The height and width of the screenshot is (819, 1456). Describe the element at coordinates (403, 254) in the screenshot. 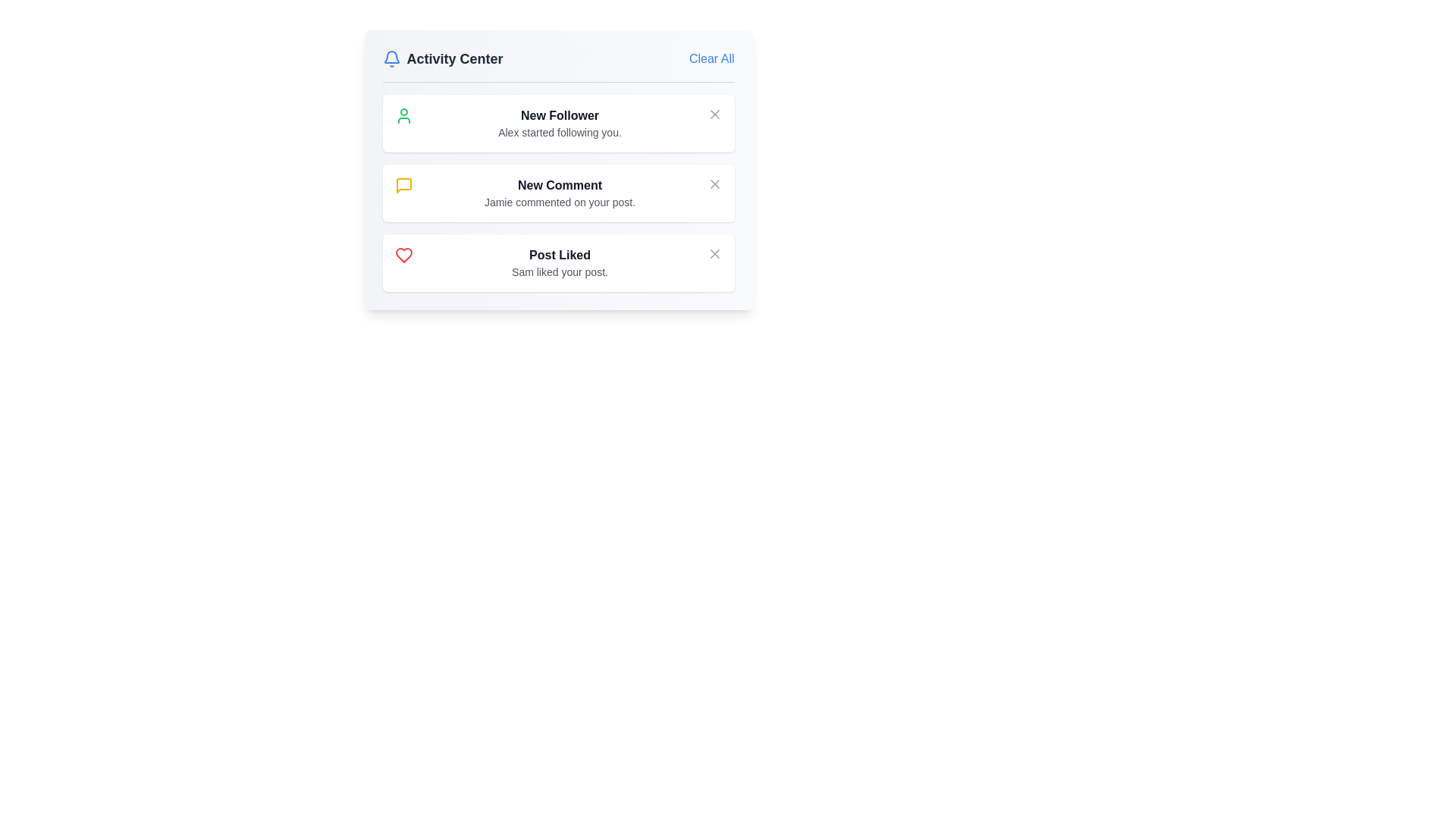

I see `the heart SVG Shape Icon located to the left of the 'Post Liked' text in the third notification entry of the 'Activity Center'` at that location.